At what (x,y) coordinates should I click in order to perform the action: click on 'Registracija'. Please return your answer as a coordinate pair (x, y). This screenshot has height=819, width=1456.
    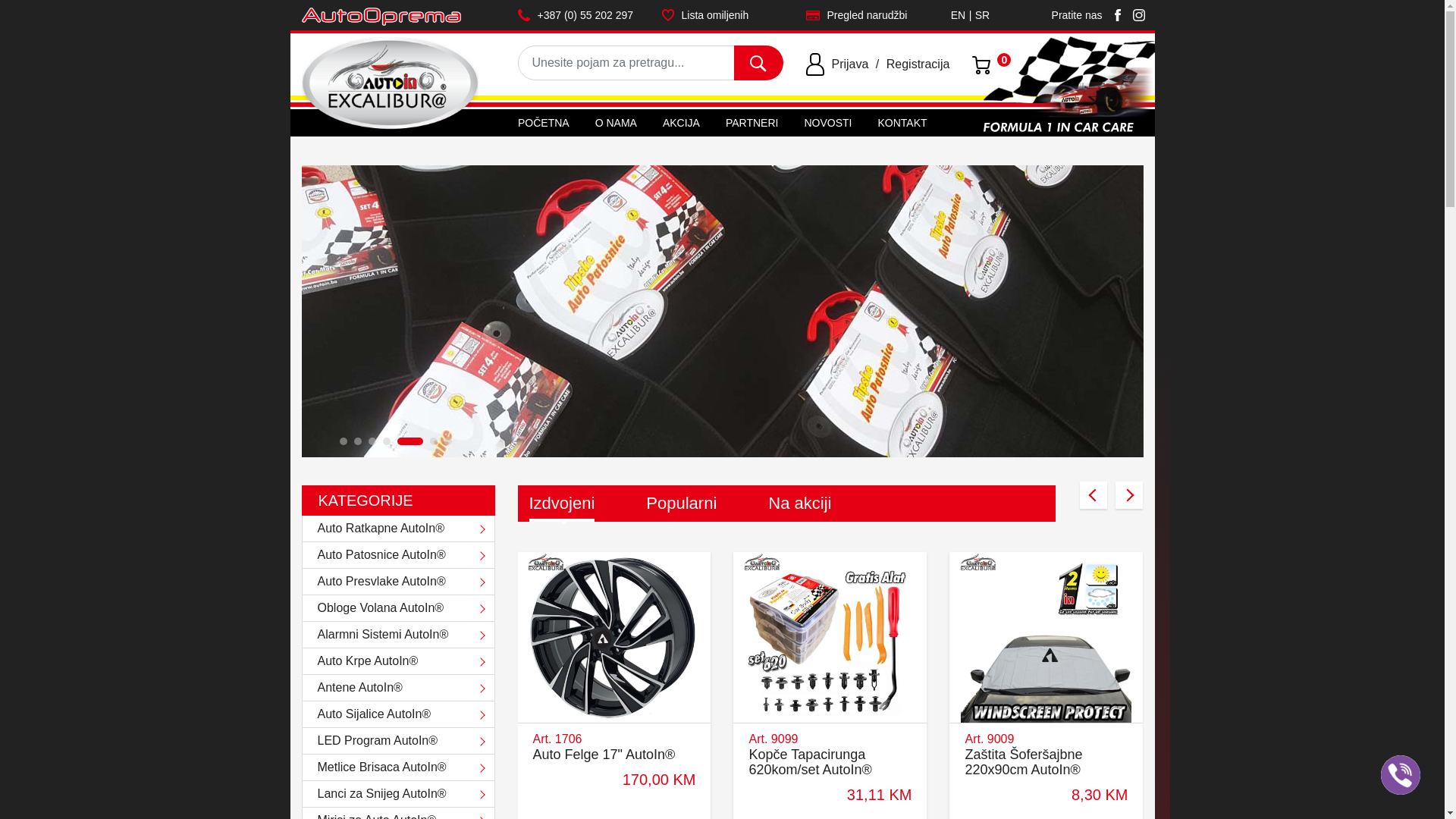
    Looking at the image, I should click on (886, 63).